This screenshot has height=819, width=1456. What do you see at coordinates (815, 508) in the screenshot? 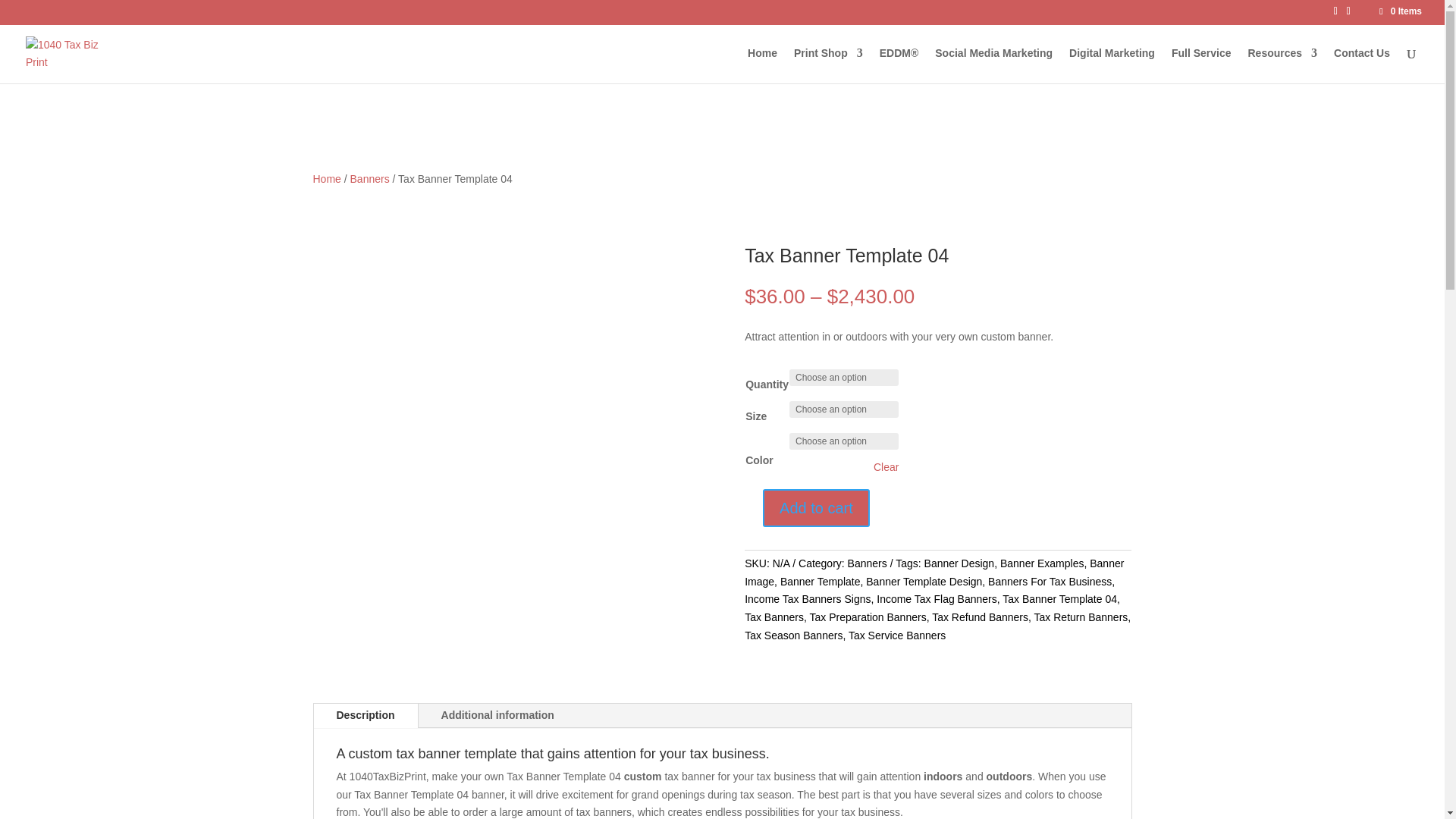
I see `'Add to cart'` at bounding box center [815, 508].